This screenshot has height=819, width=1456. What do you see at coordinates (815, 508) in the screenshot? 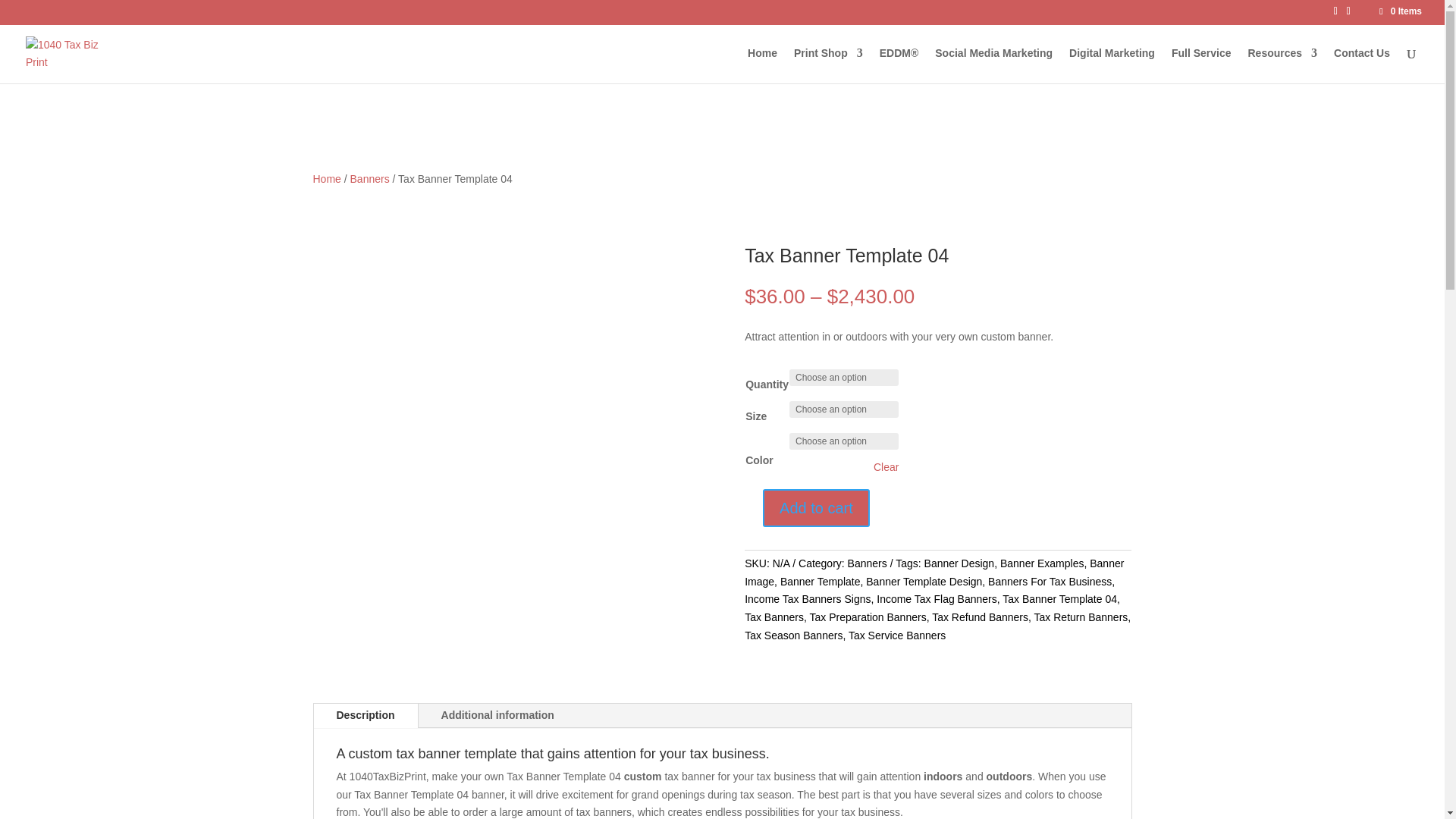
I see `'Add to cart'` at bounding box center [815, 508].